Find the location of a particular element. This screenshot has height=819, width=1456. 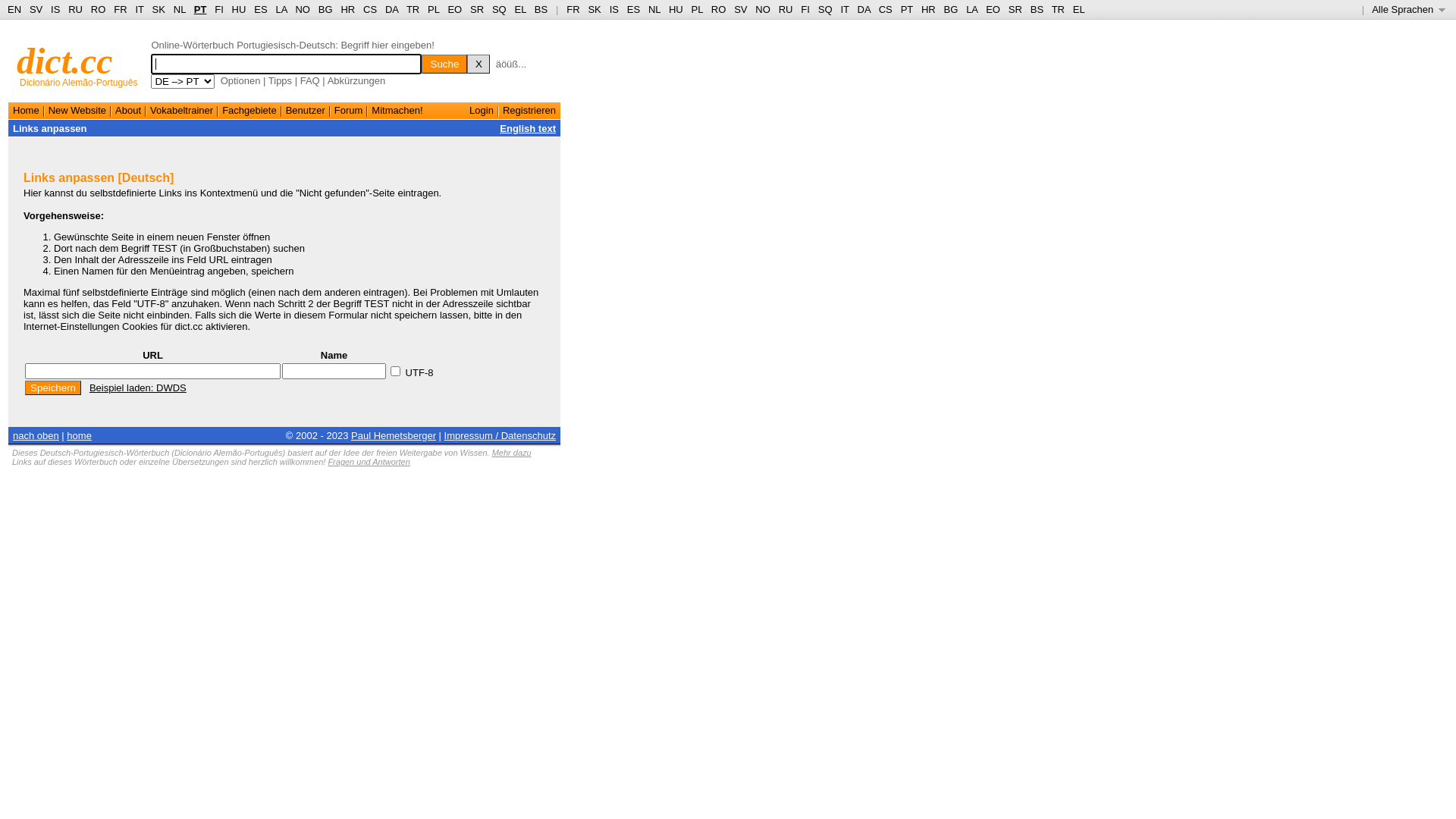

'NL' is located at coordinates (648, 9).